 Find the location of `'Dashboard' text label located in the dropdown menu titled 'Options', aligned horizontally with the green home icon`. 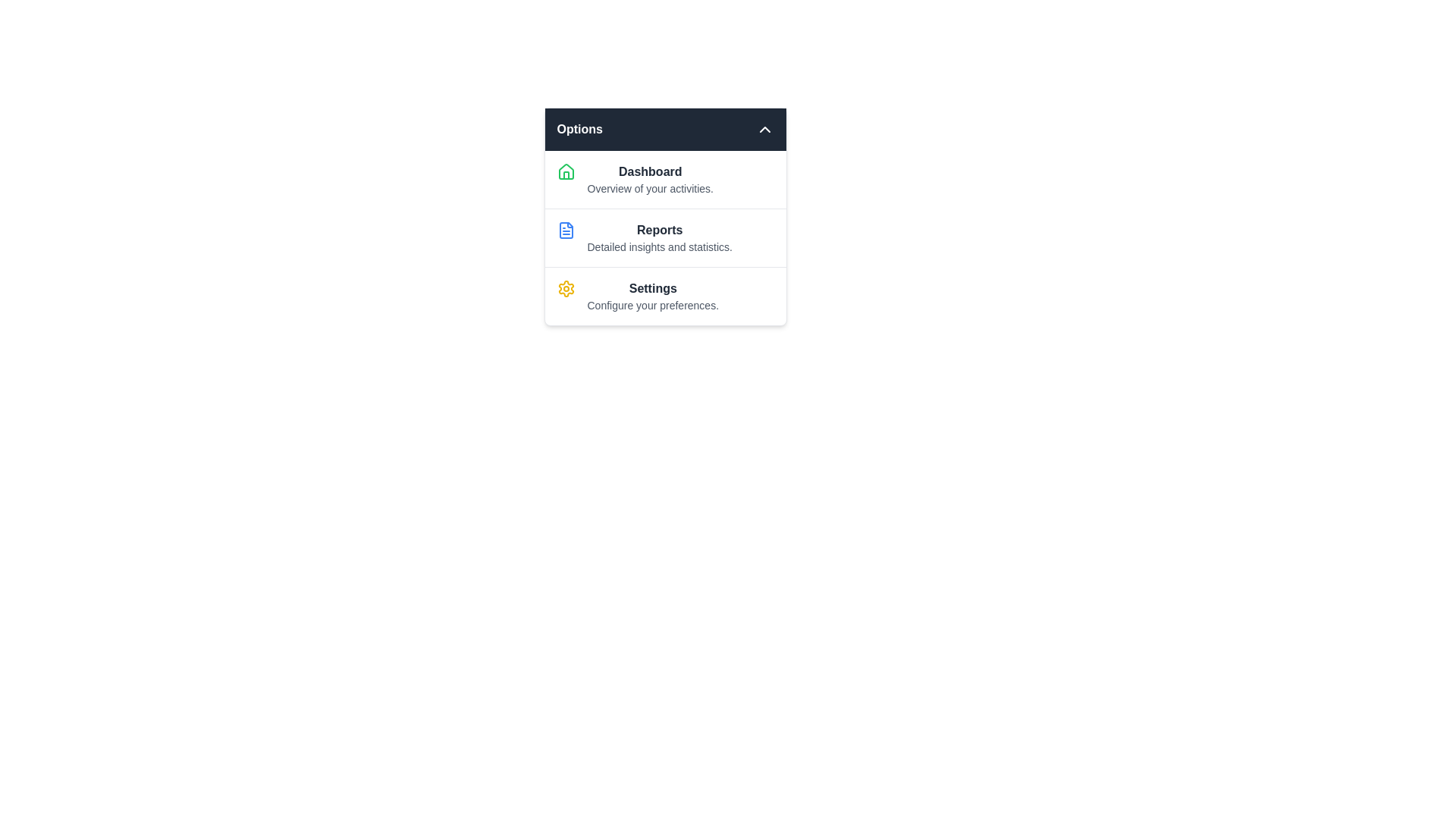

'Dashboard' text label located in the dropdown menu titled 'Options', aligned horizontally with the green home icon is located at coordinates (650, 171).